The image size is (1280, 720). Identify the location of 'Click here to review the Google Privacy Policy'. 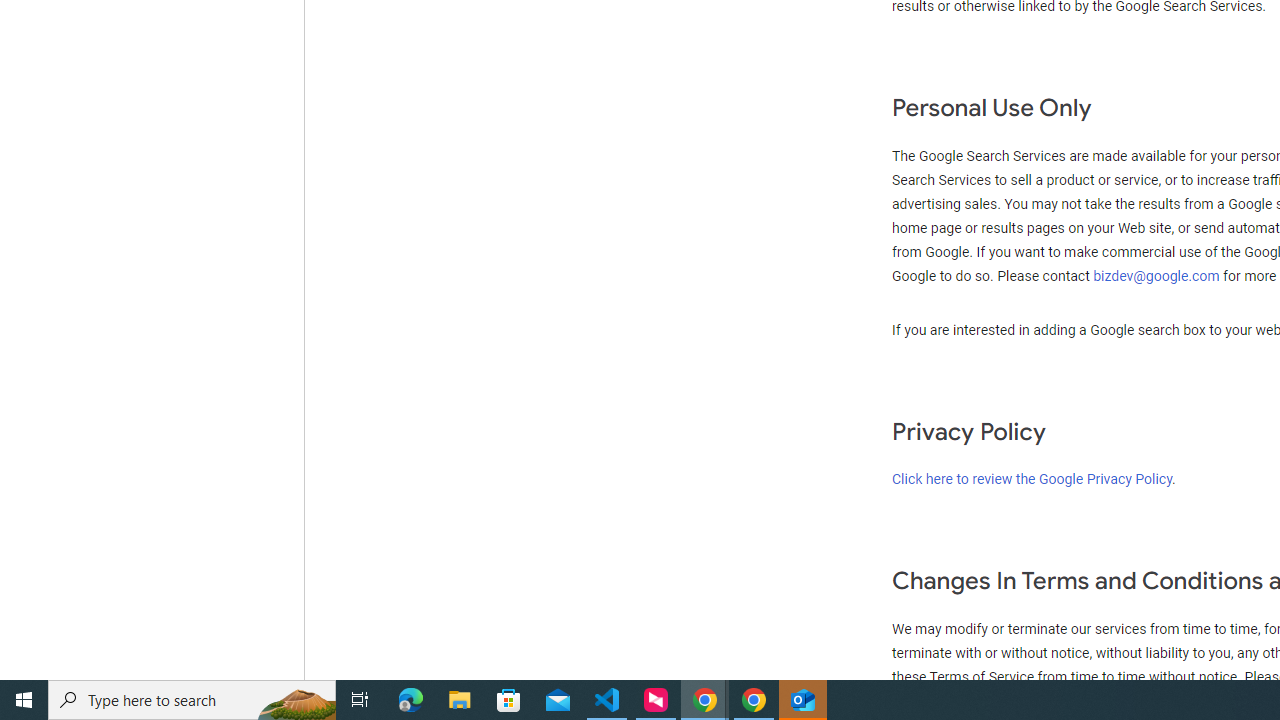
(1032, 479).